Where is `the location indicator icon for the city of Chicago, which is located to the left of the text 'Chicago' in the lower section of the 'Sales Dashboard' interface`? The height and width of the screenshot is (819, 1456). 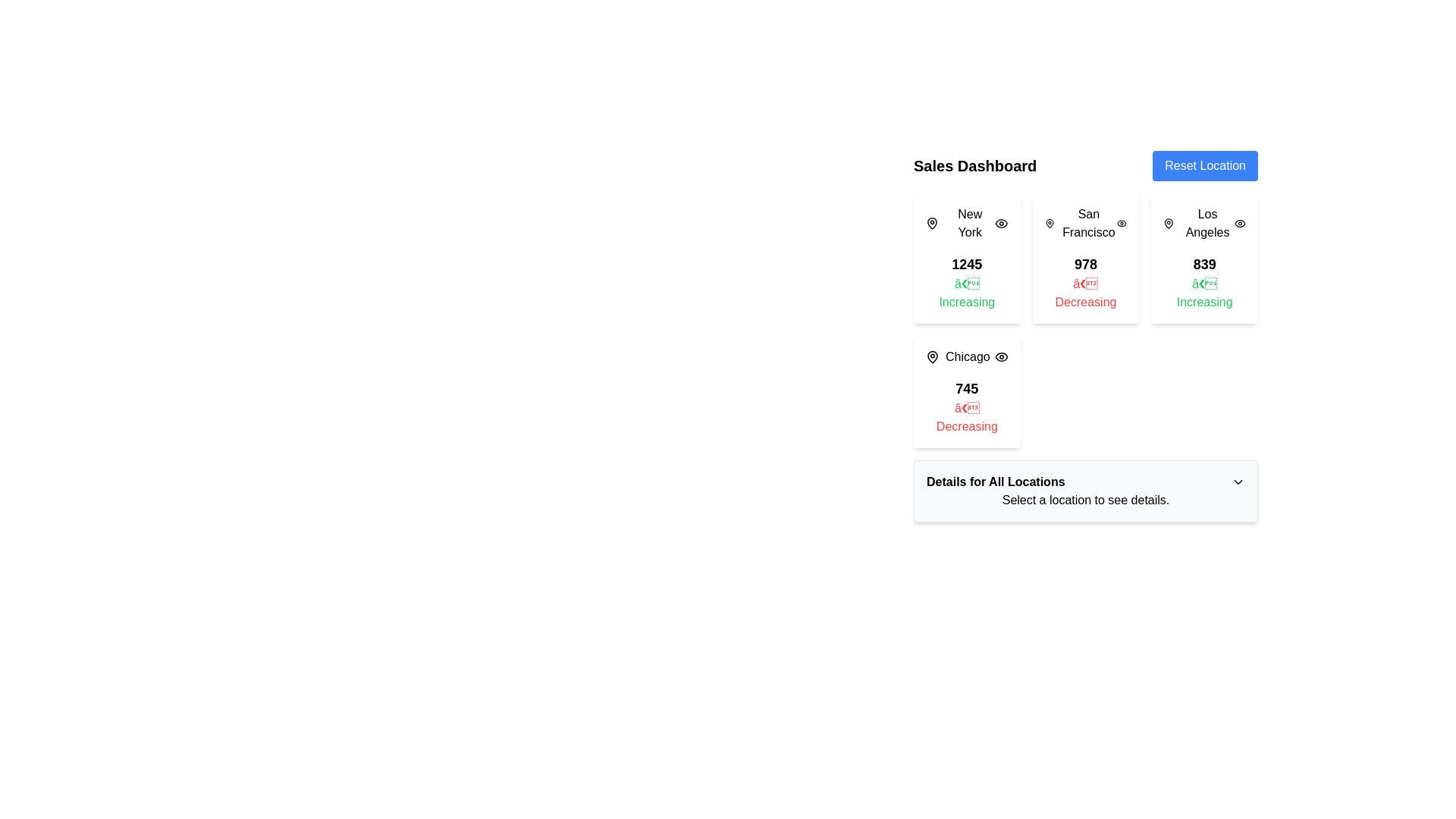
the location indicator icon for the city of Chicago, which is located to the left of the text 'Chicago' in the lower section of the 'Sales Dashboard' interface is located at coordinates (931, 356).